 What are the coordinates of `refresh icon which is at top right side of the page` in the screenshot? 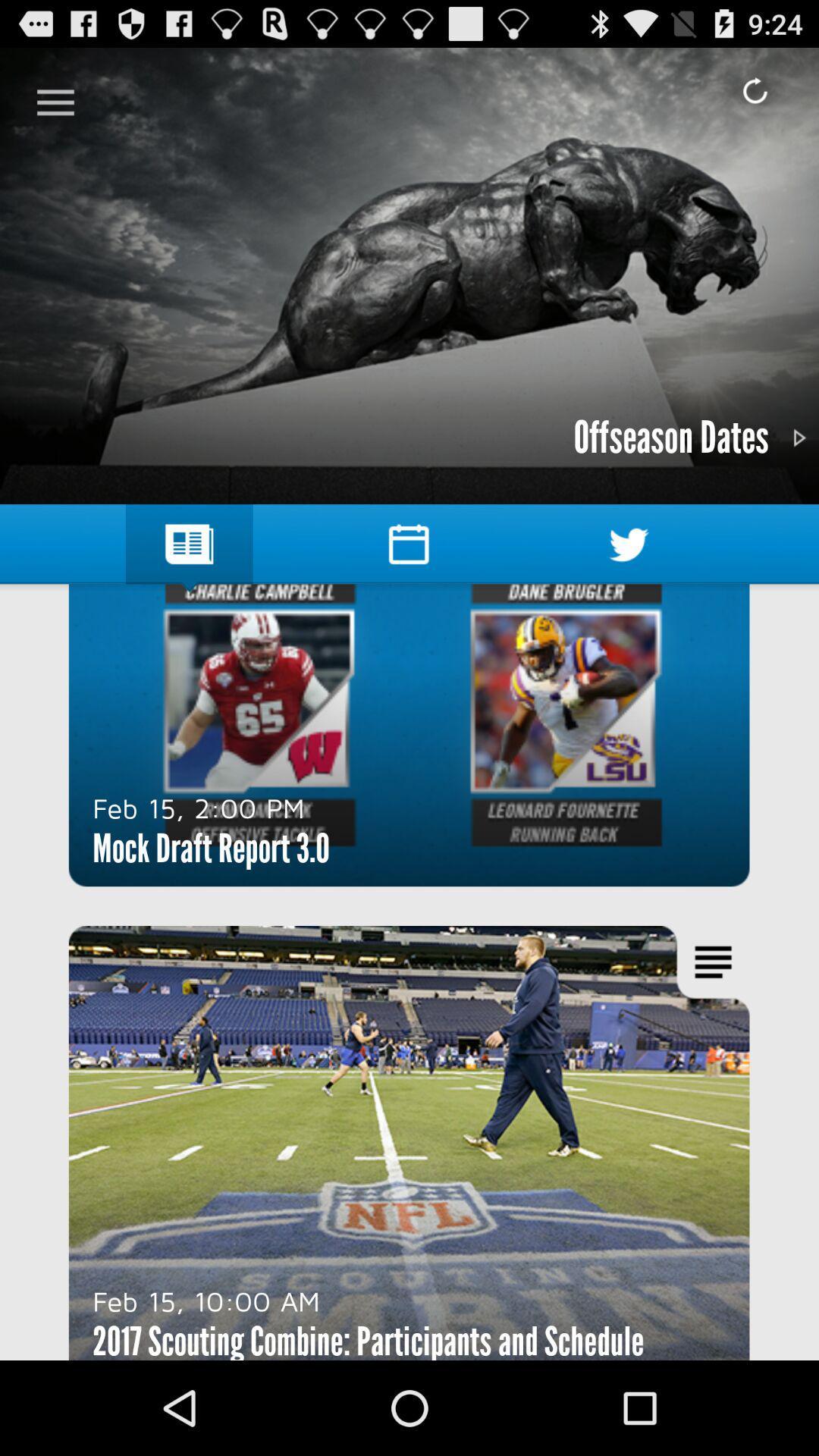 It's located at (755, 90).